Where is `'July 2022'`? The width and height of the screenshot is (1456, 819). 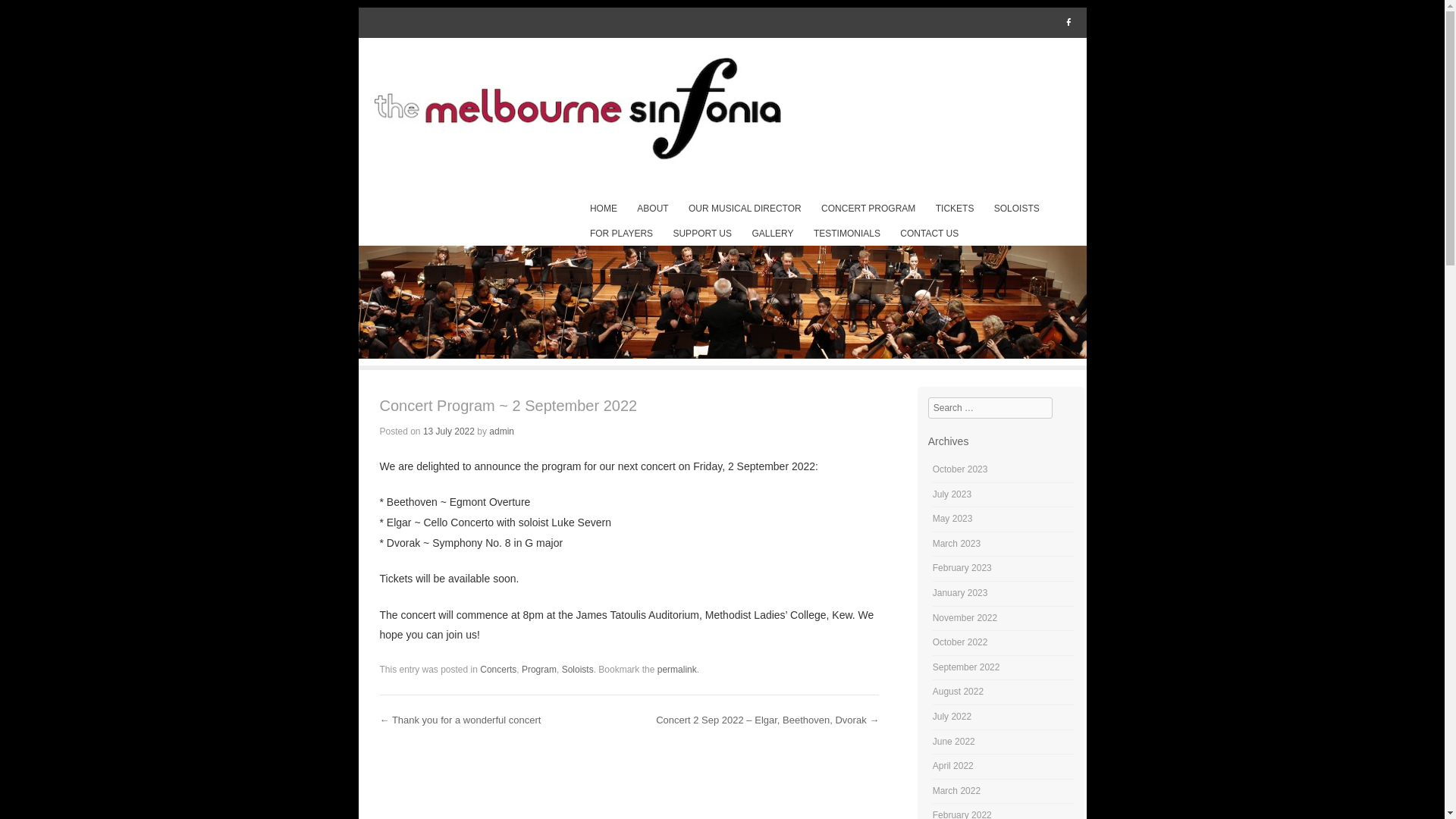
'July 2022' is located at coordinates (951, 717).